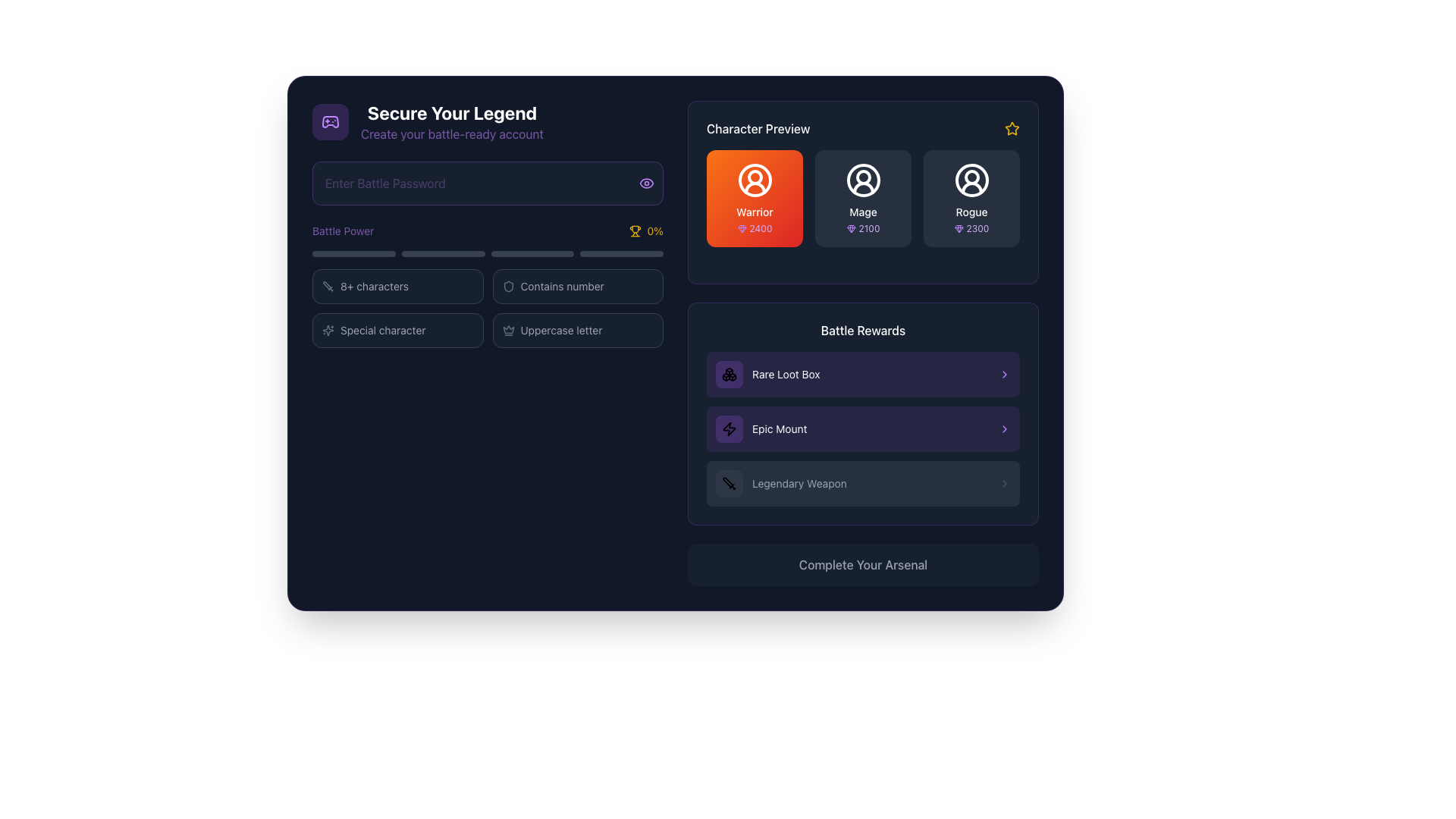 This screenshot has width=1456, height=819. What do you see at coordinates (863, 564) in the screenshot?
I see `the 'Complete Your Arsenal' button, which is a rectangular button with rounded corners and a dark gray background, located below the 'Battle Rewards' section` at bounding box center [863, 564].